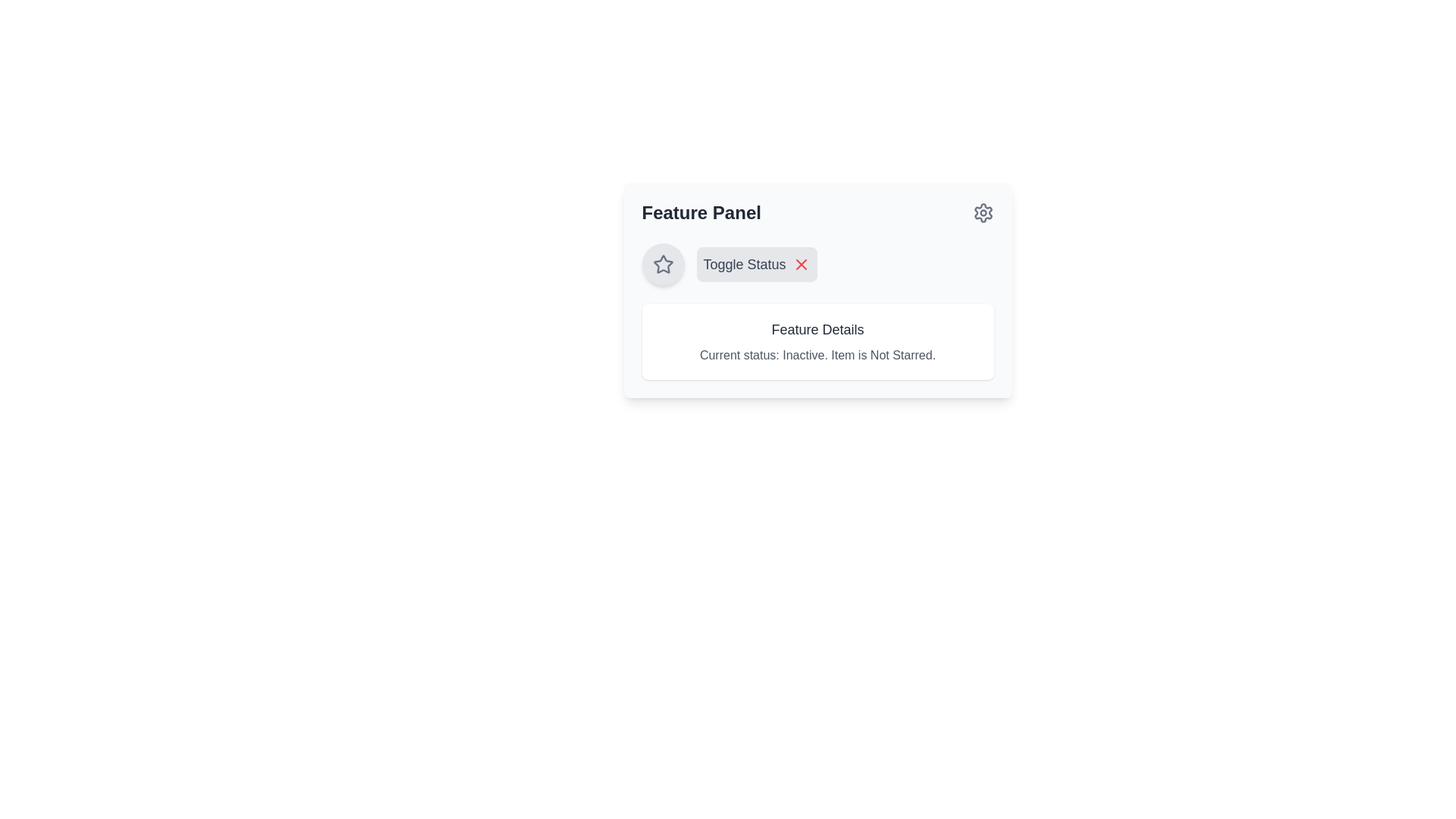 Image resolution: width=1456 pixels, height=819 pixels. I want to click on the star-shaped icon with a hollow center and a gray outline located within the circular button to the left of the 'Toggle Status' text in the feature panel interface, so click(663, 263).